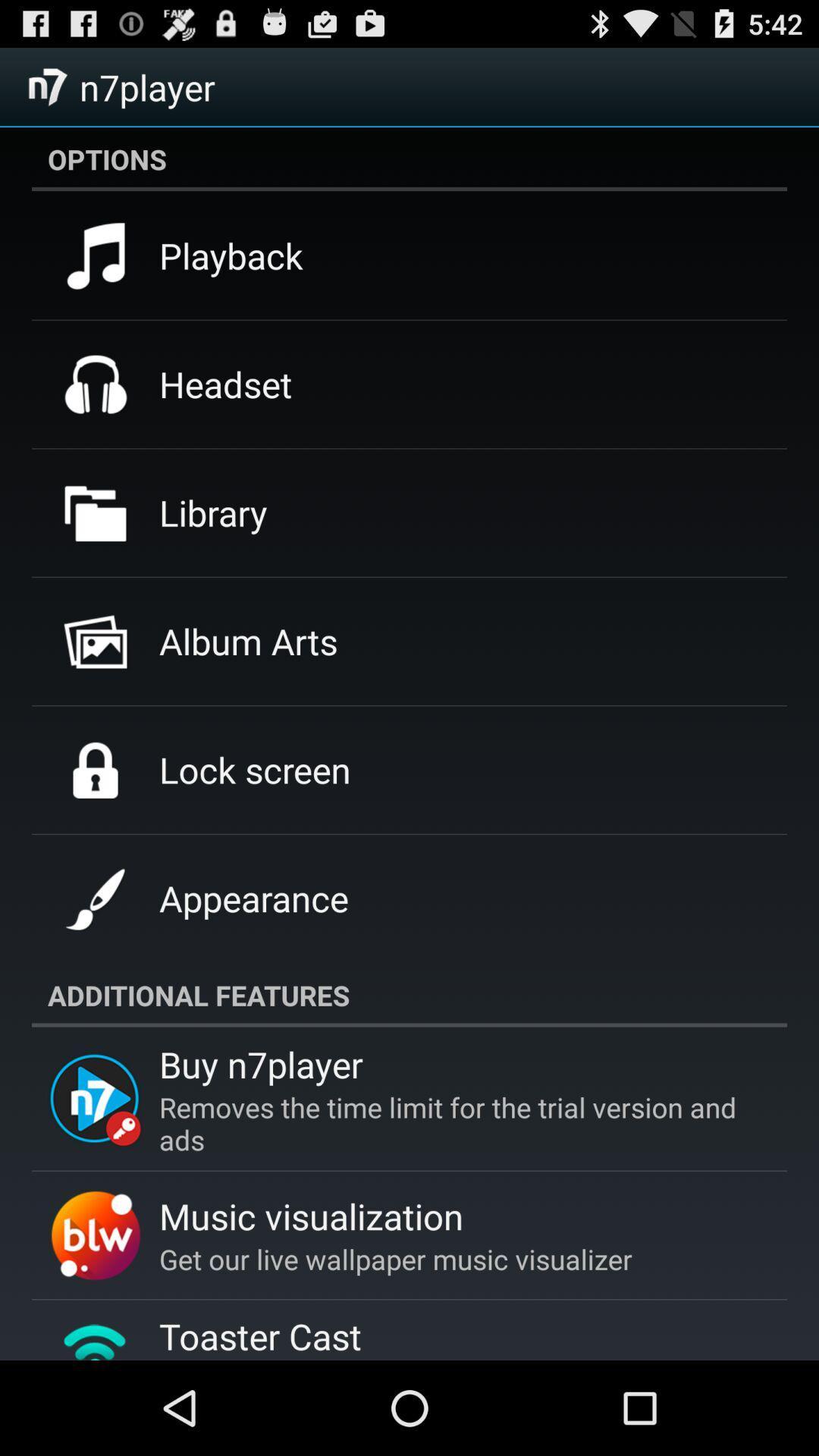  I want to click on app above the removes the time, so click(260, 1063).